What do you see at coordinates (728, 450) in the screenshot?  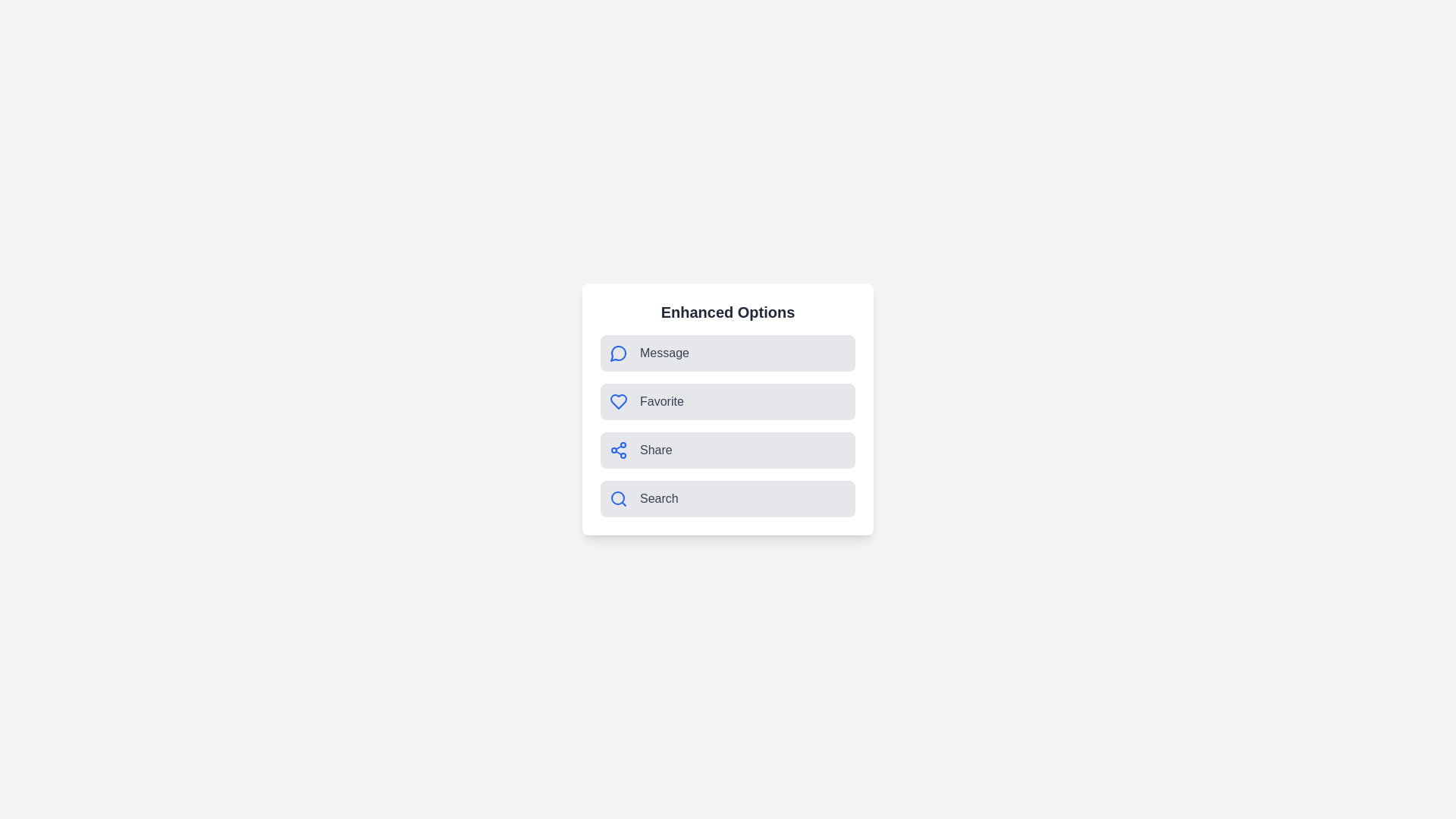 I see `the 'Share' option to trigger its functionality` at bounding box center [728, 450].